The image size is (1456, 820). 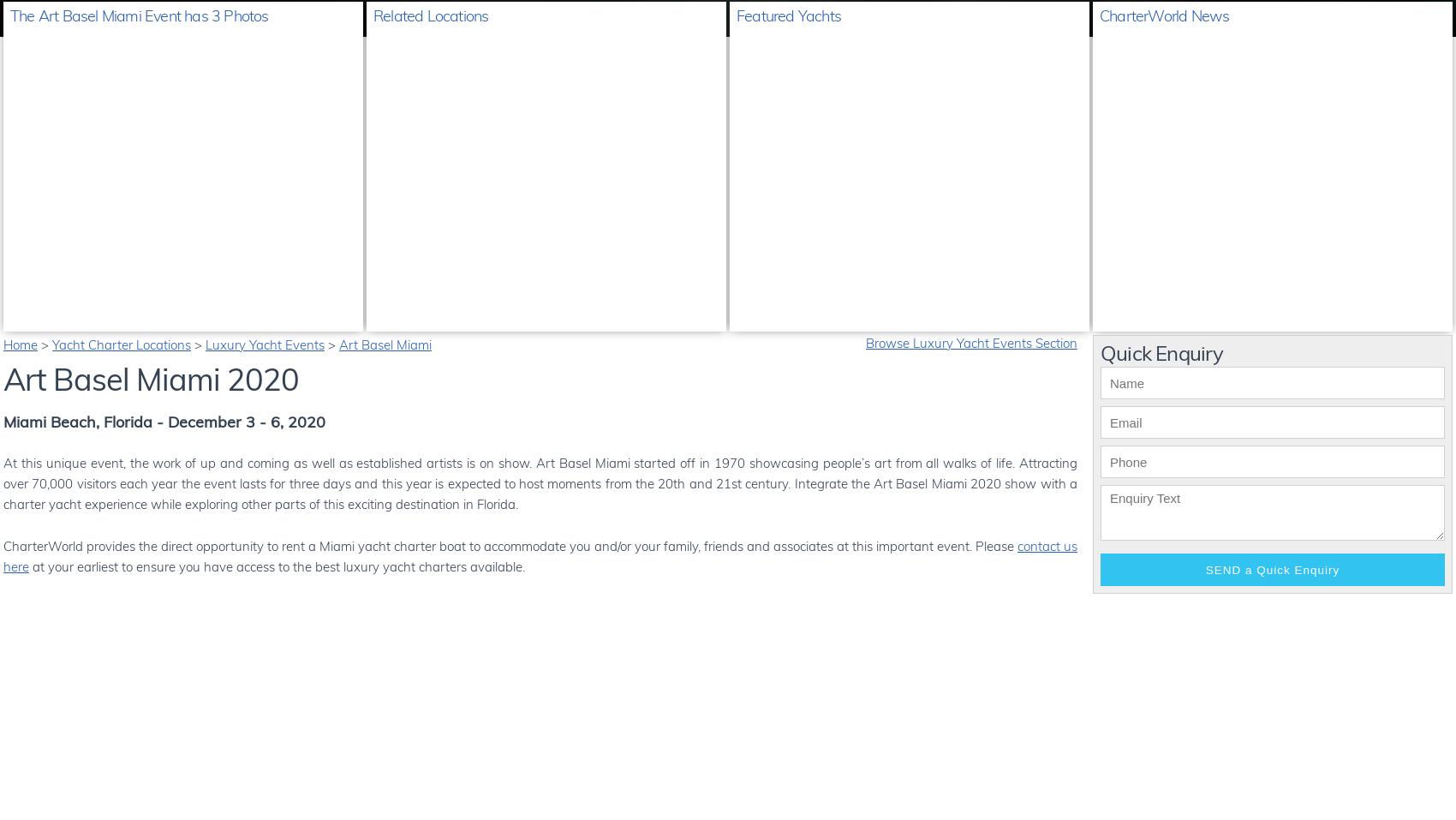 What do you see at coordinates (1164, 15) in the screenshot?
I see `'CharterWorld News'` at bounding box center [1164, 15].